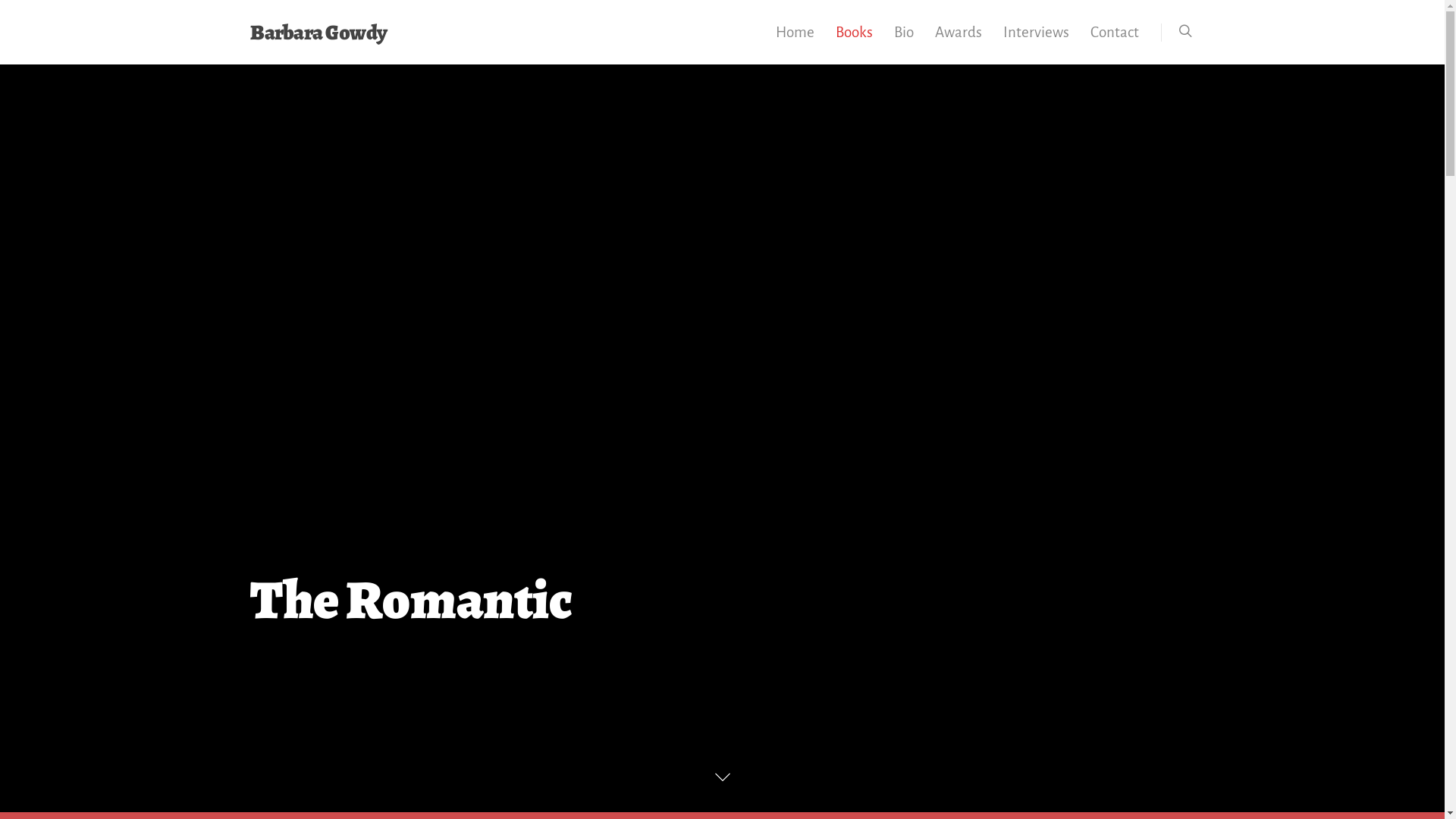  Describe the element at coordinates (1080, 42) in the screenshot. I see `'Contact'` at that location.